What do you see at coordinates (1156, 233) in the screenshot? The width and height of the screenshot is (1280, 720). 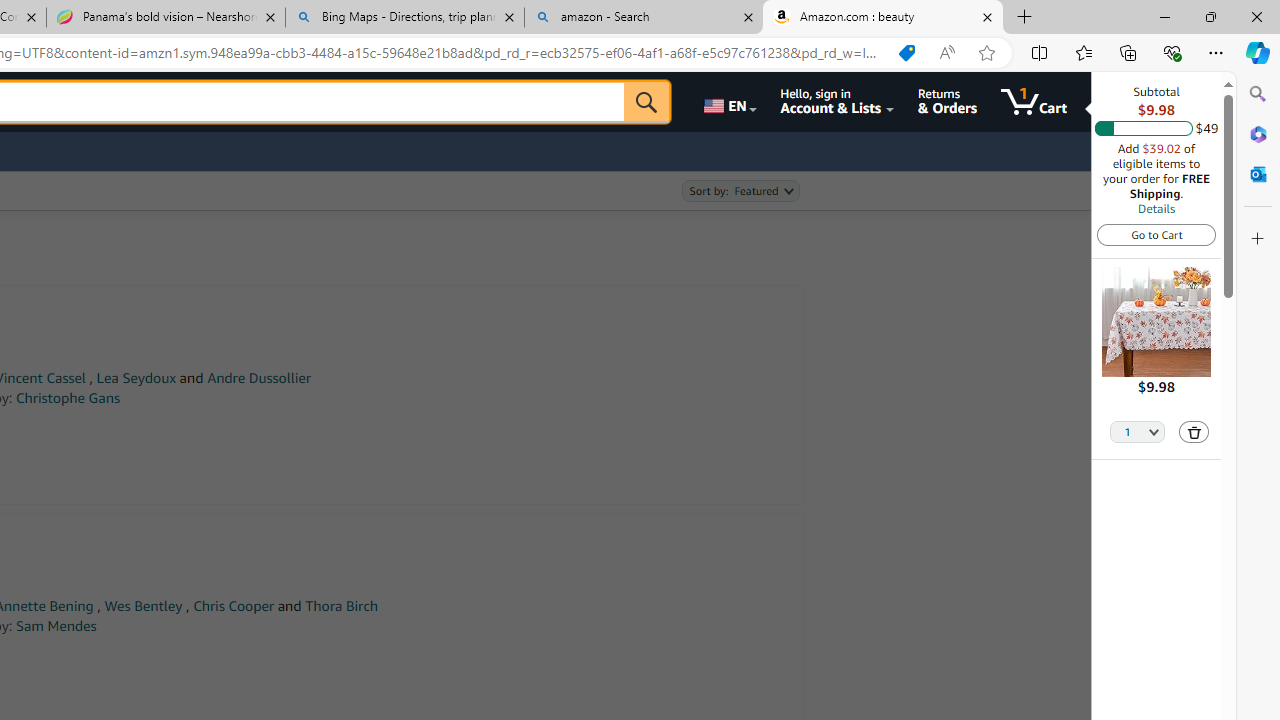 I see `'Go to Cart'` at bounding box center [1156, 233].